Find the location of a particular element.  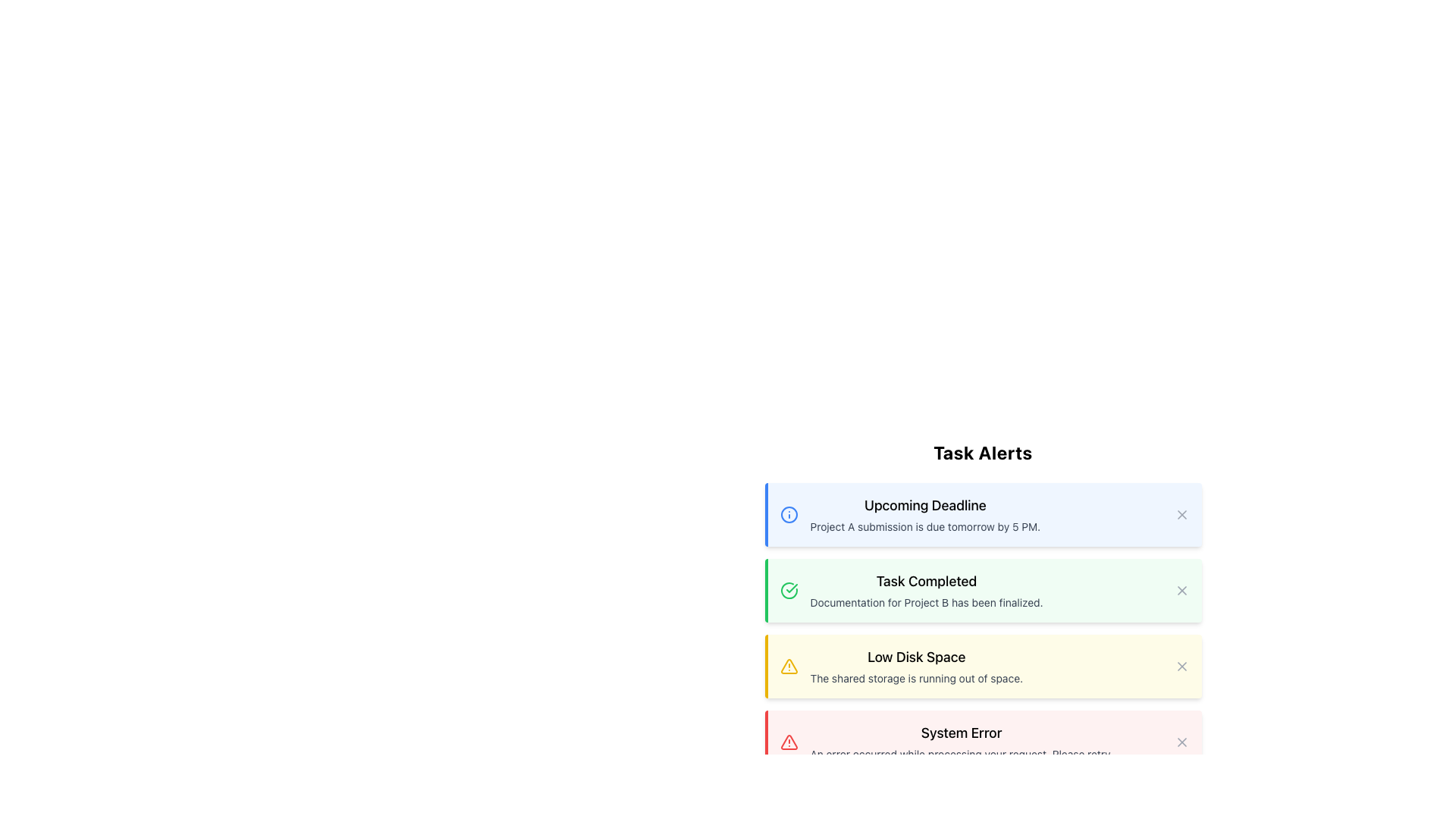

the graphical icon part of the 'System Error' button located at the bottom of the 'Task Alerts' group is located at coordinates (1181, 742).